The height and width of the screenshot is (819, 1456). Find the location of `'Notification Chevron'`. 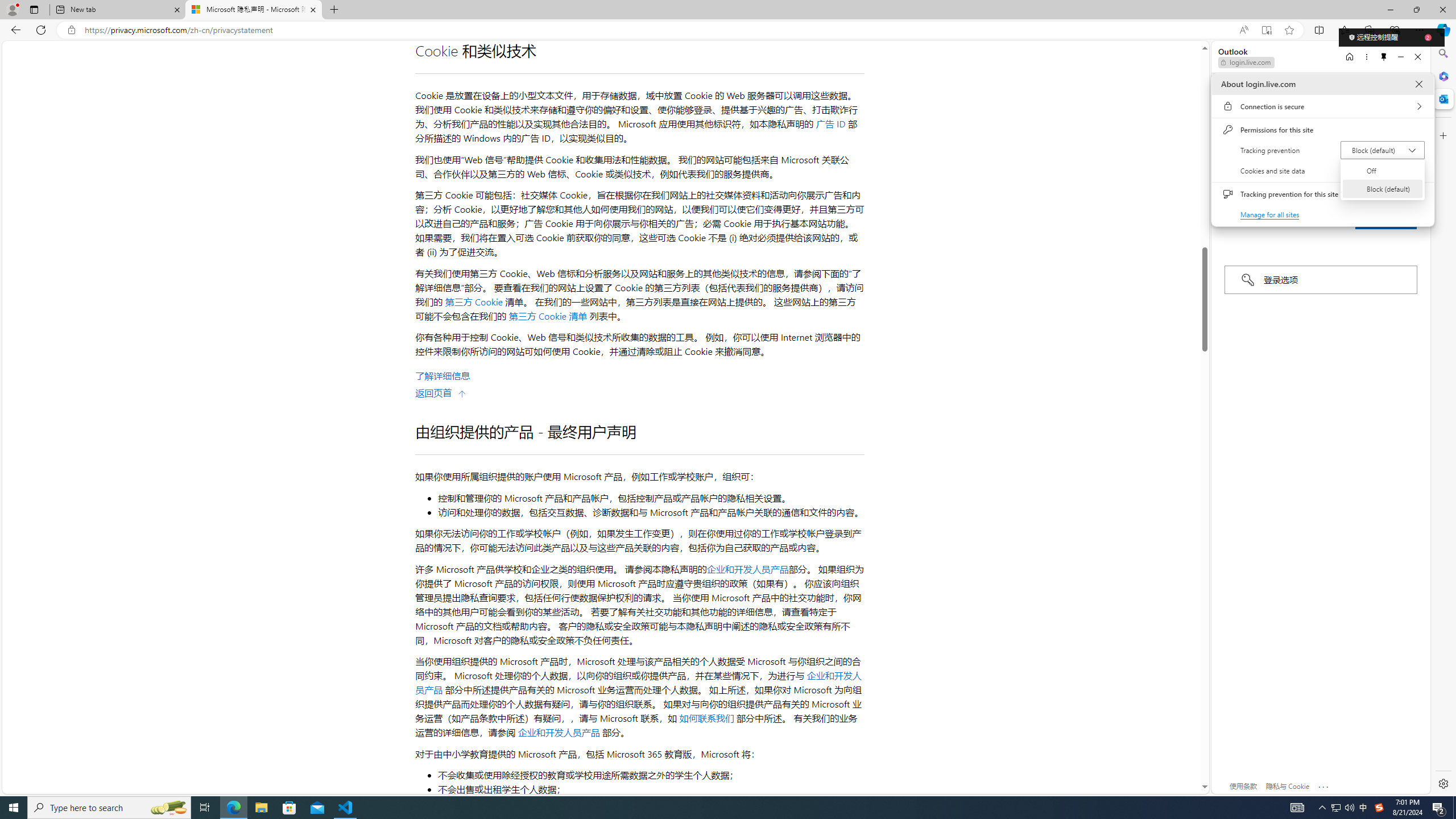

'Notification Chevron' is located at coordinates (1322, 806).